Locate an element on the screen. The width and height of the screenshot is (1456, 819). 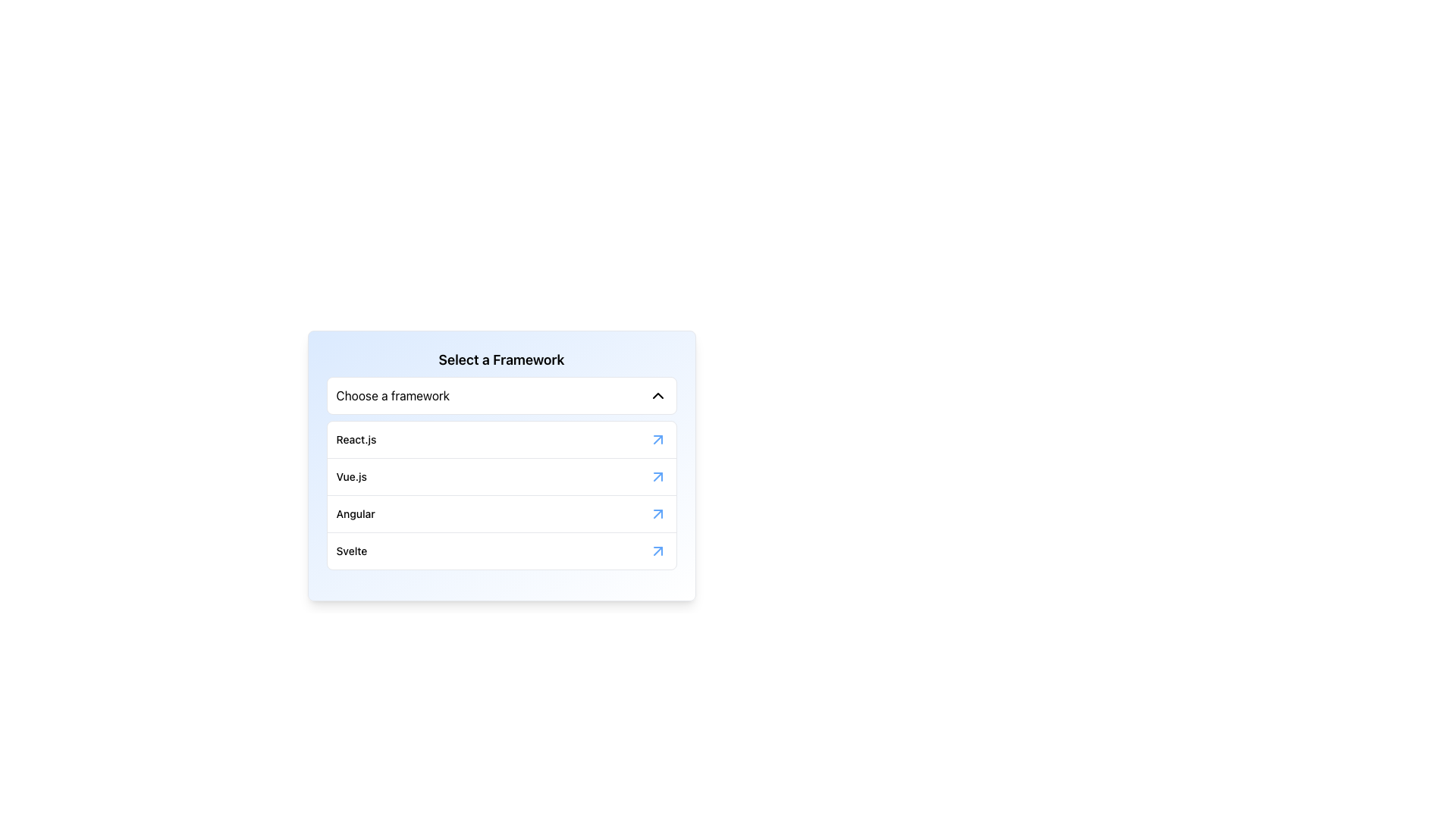
the blue-toned diagonal arrow icon located to the right of the 'Svelte' item in the interactive list at the lower part of the layout is located at coordinates (657, 551).